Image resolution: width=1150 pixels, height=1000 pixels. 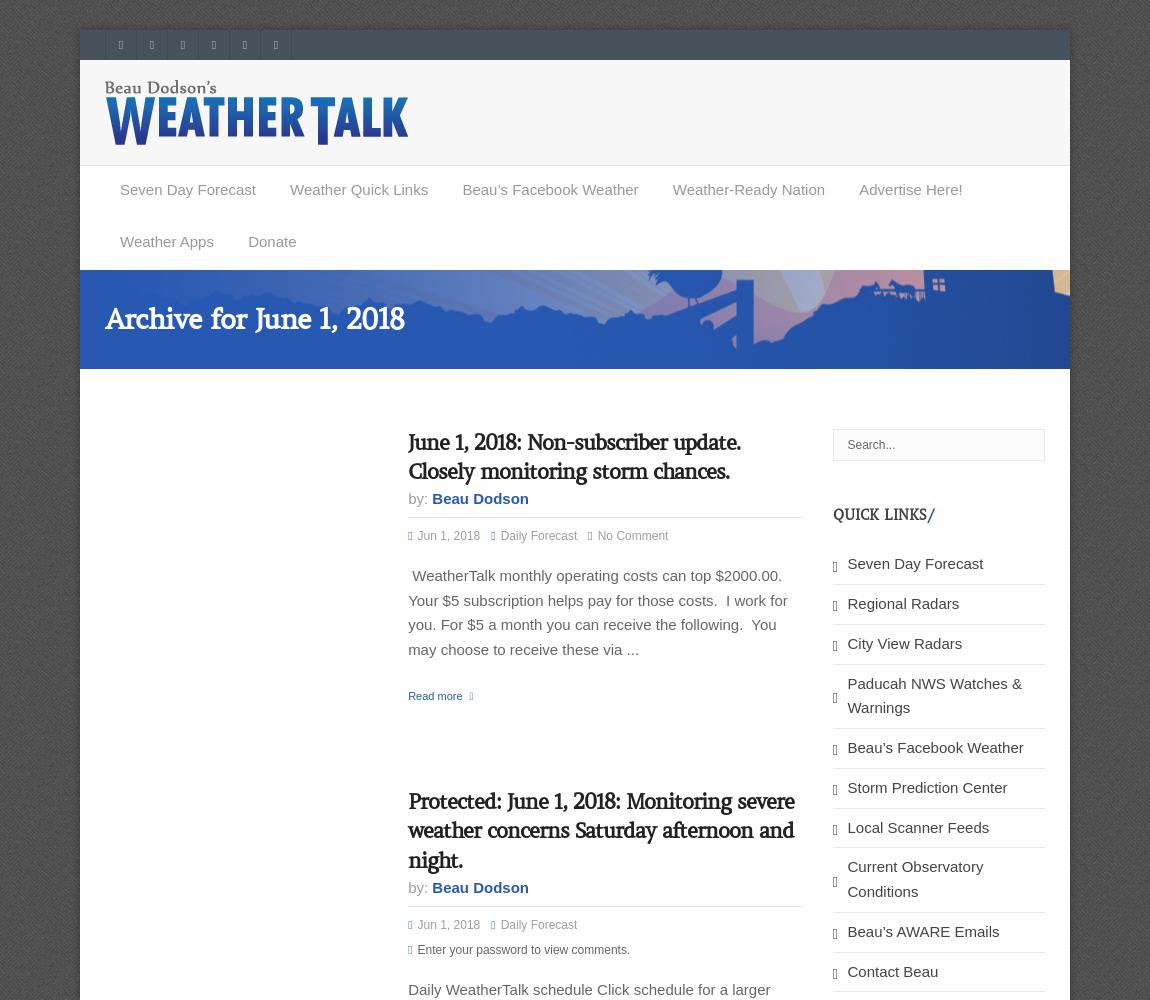 I want to click on 'Protected: June 1, 2018:  Monitoring severe weather concerns Saturday afternoon and night.', so click(x=599, y=829).